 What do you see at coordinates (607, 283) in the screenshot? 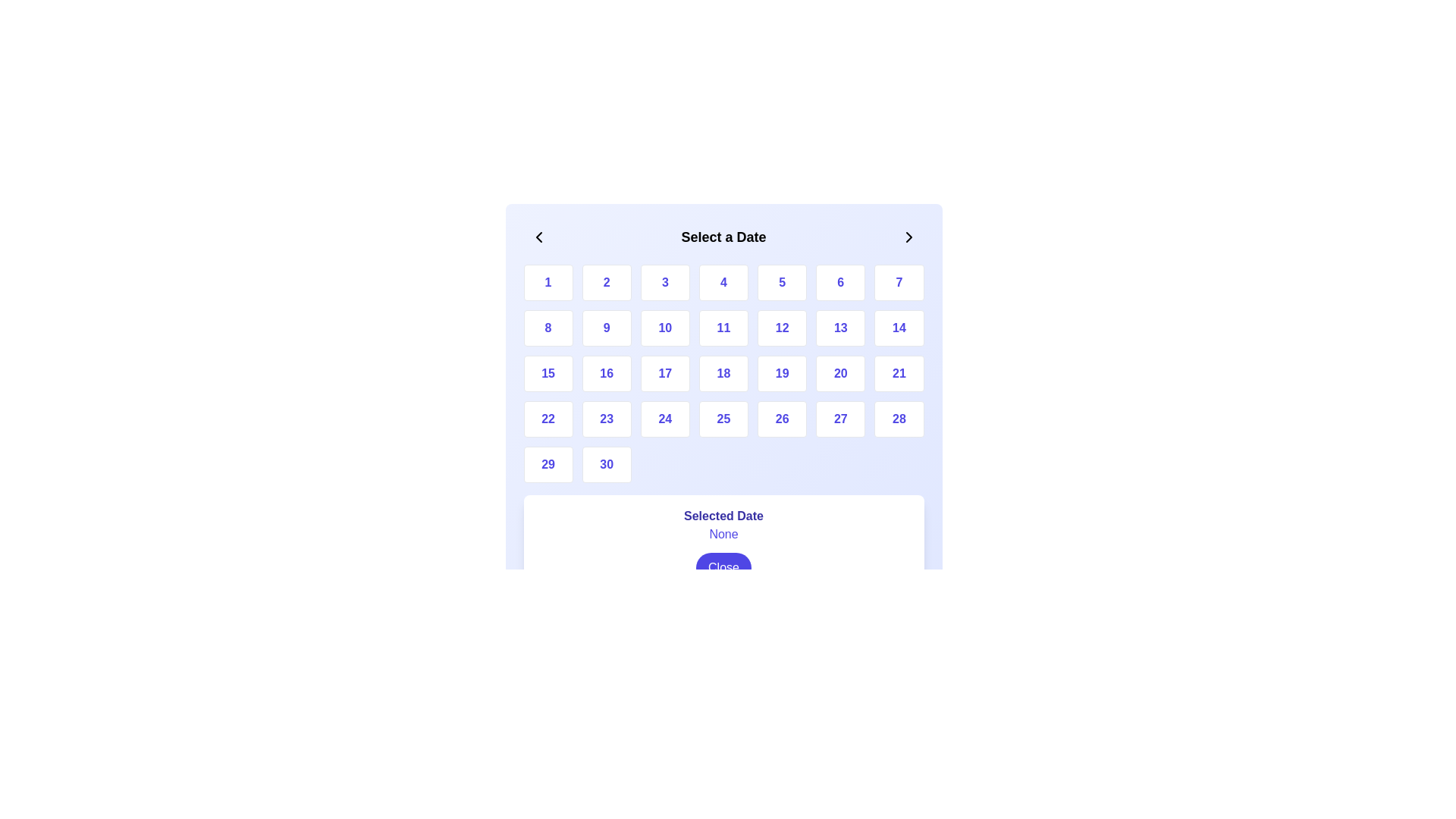
I see `the rounded rectangular button labeled '2'` at bounding box center [607, 283].